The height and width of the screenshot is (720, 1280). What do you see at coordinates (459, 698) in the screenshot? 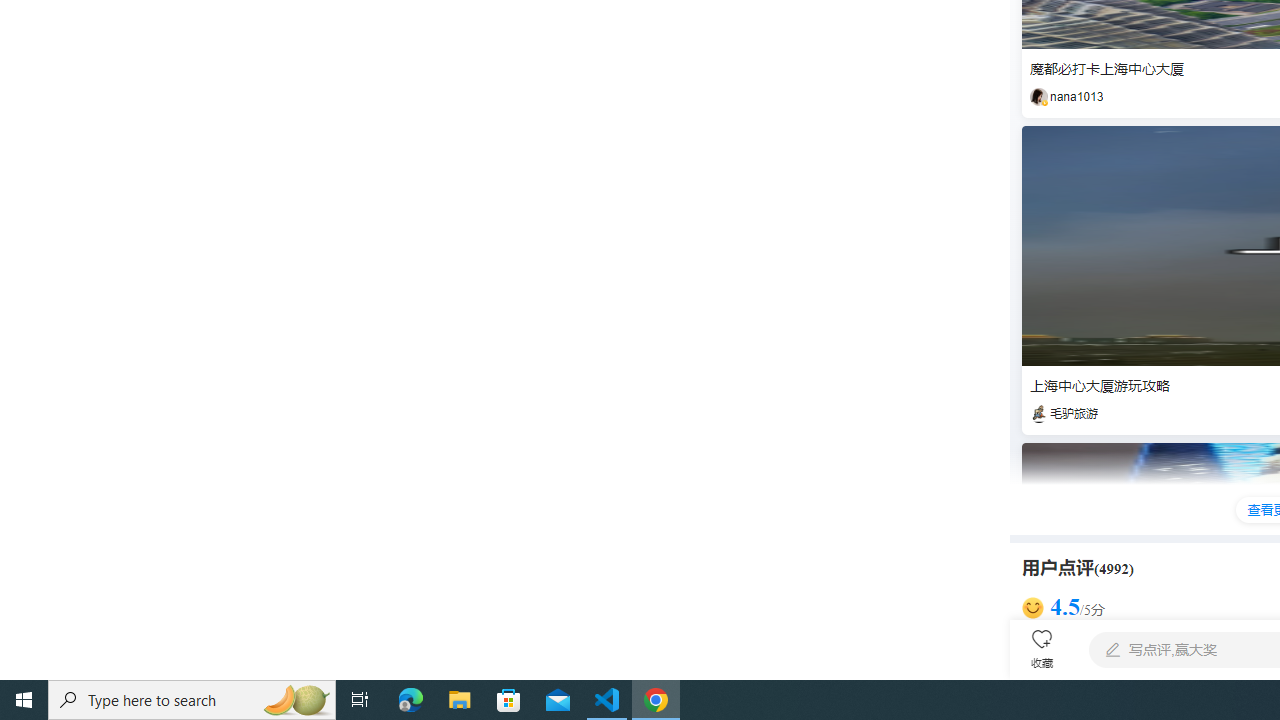
I see `'File Explorer'` at bounding box center [459, 698].